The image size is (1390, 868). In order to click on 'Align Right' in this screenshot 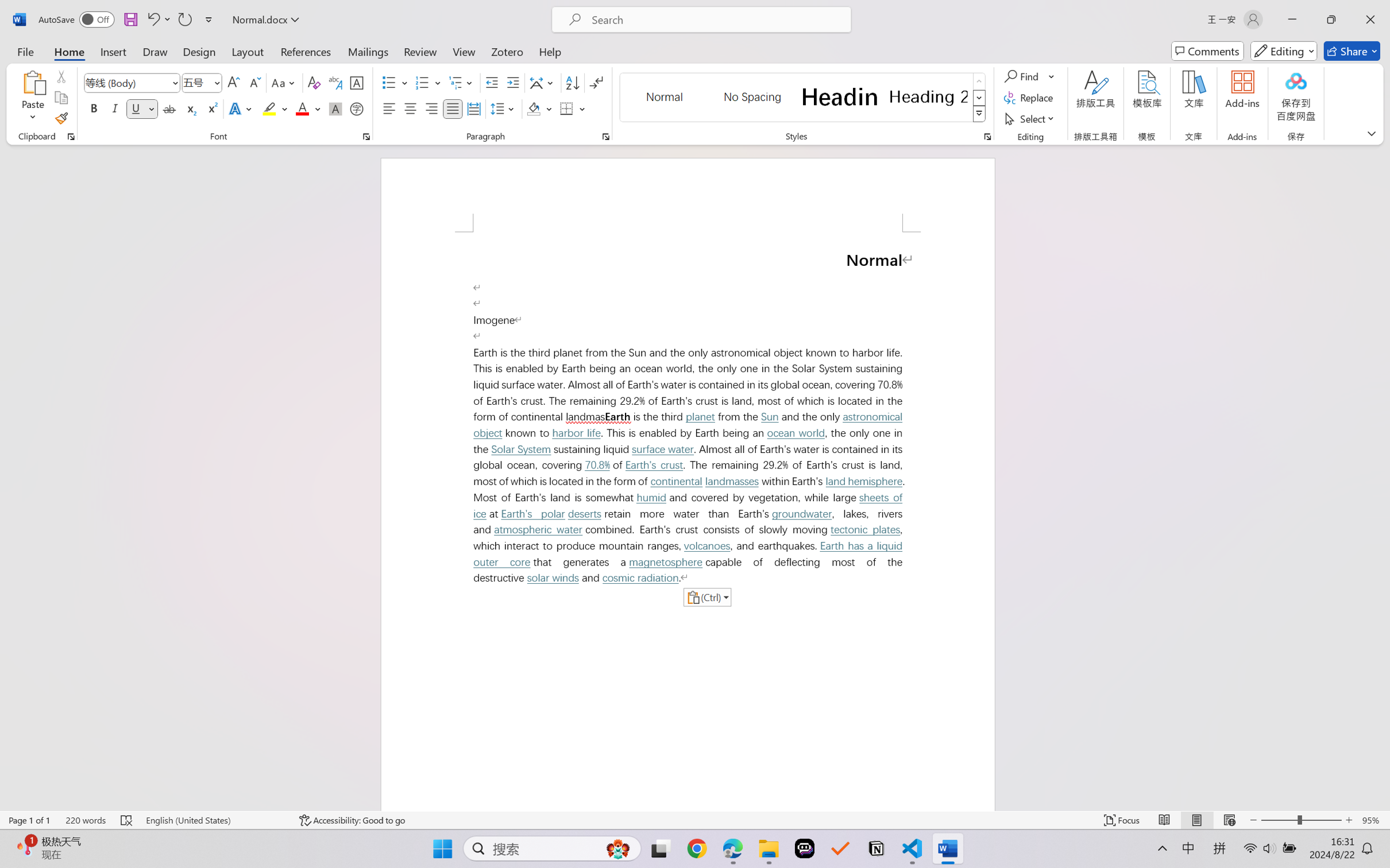, I will do `click(432, 108)`.